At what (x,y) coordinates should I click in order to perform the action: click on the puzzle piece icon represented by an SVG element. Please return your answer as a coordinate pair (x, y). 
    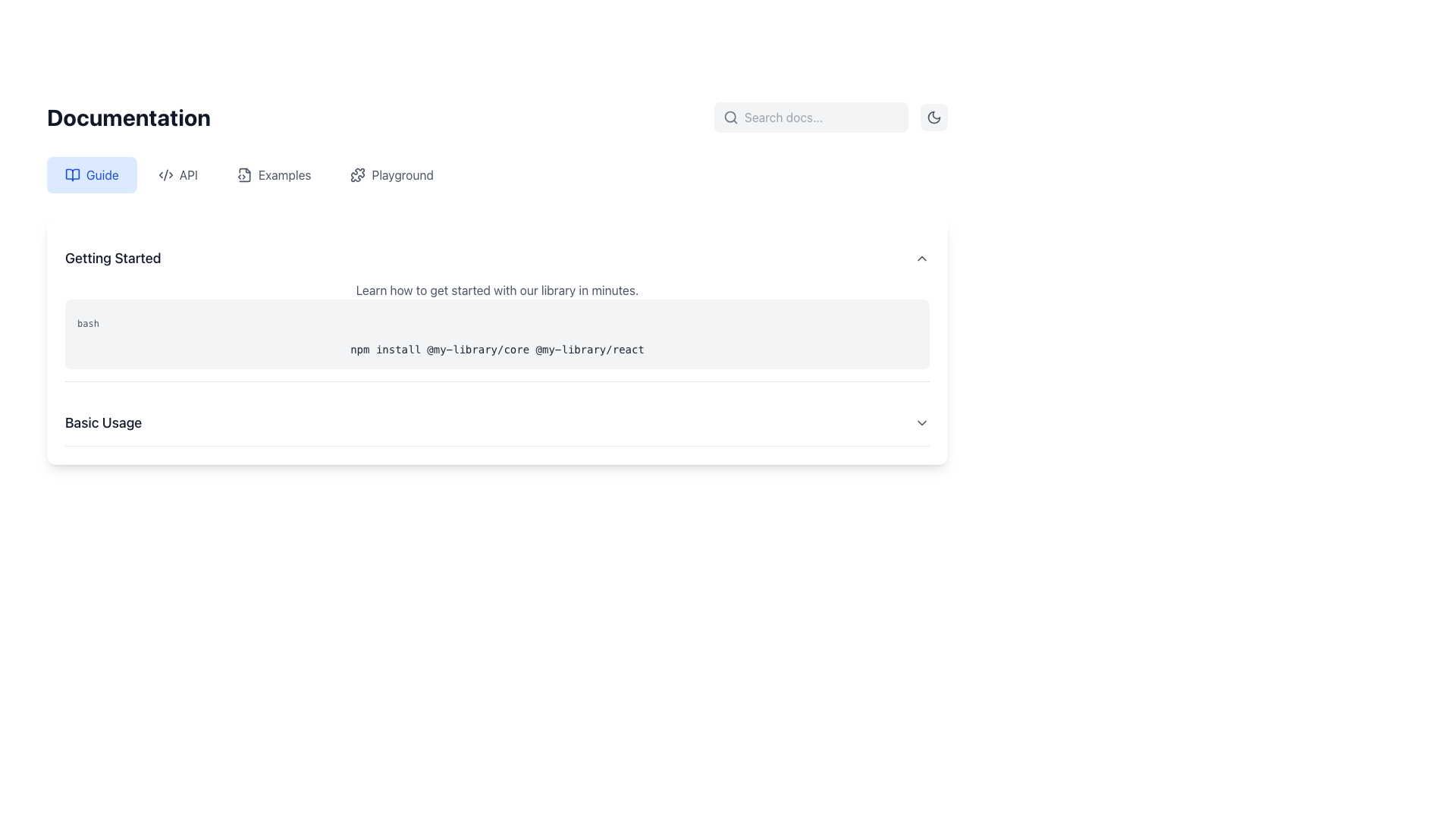
    Looking at the image, I should click on (357, 174).